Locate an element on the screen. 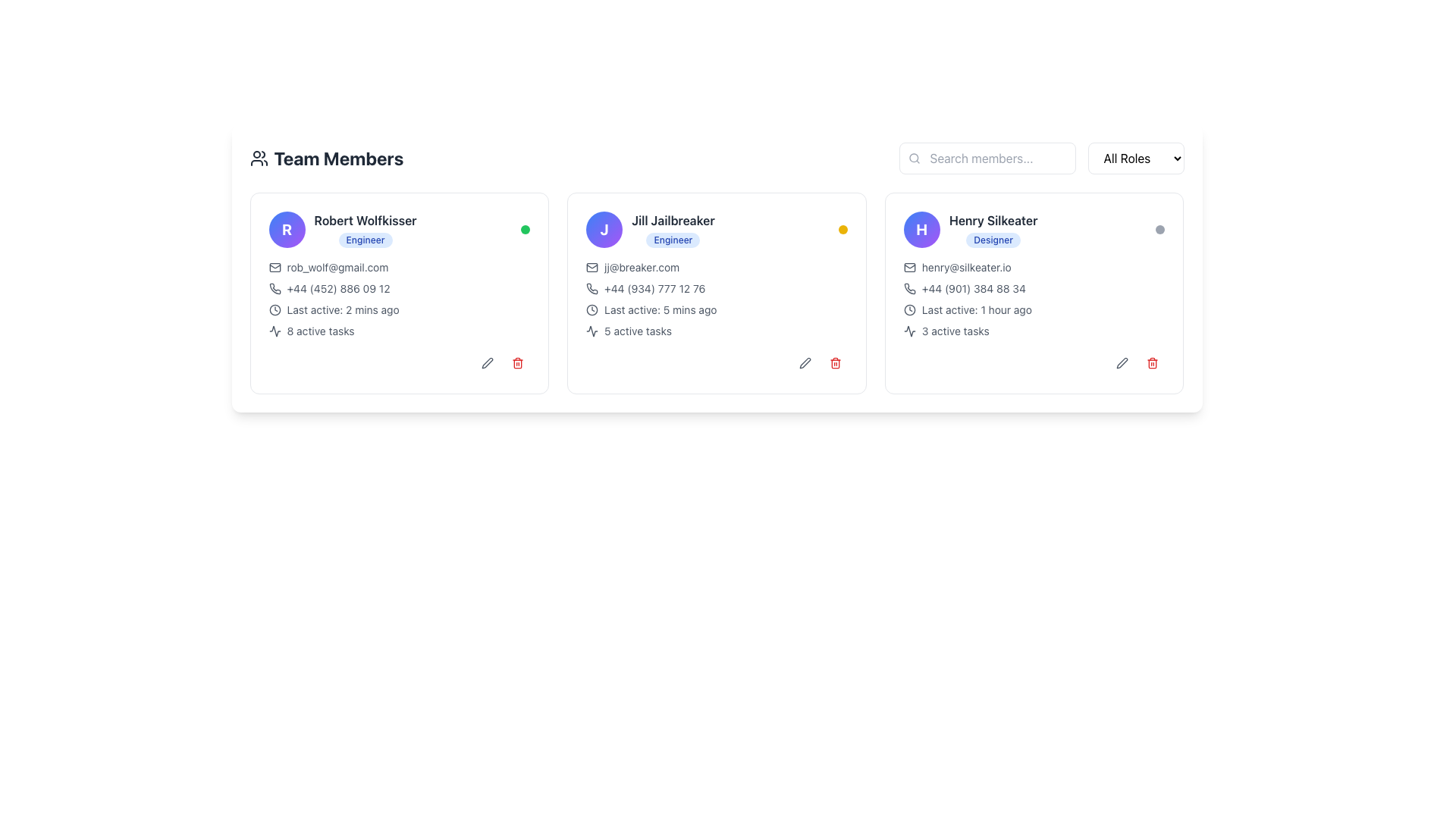 The height and width of the screenshot is (819, 1456). the Dropdown menu button labeled 'All Roles' is located at coordinates (1135, 158).